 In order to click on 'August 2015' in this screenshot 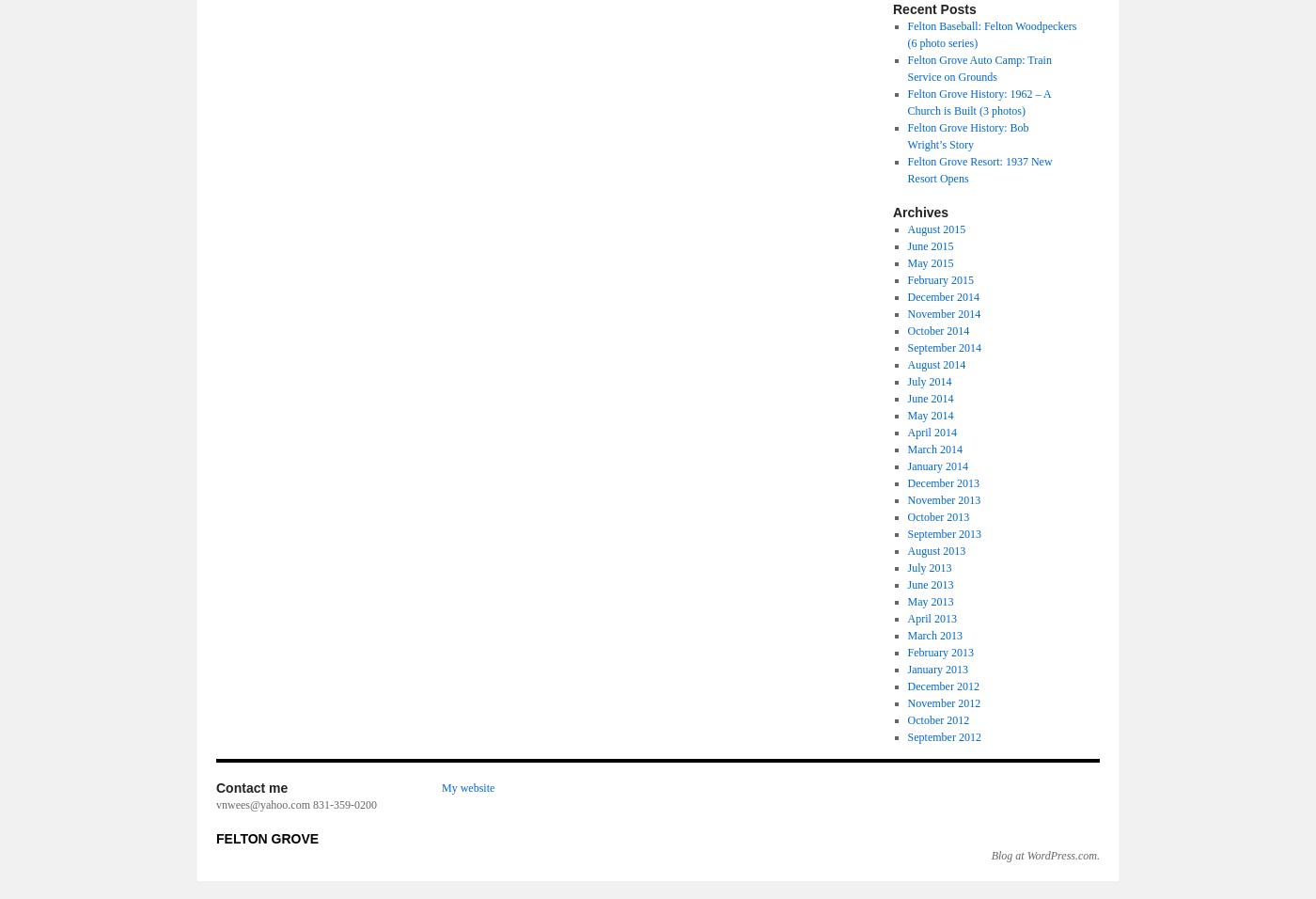, I will do `click(935, 228)`.